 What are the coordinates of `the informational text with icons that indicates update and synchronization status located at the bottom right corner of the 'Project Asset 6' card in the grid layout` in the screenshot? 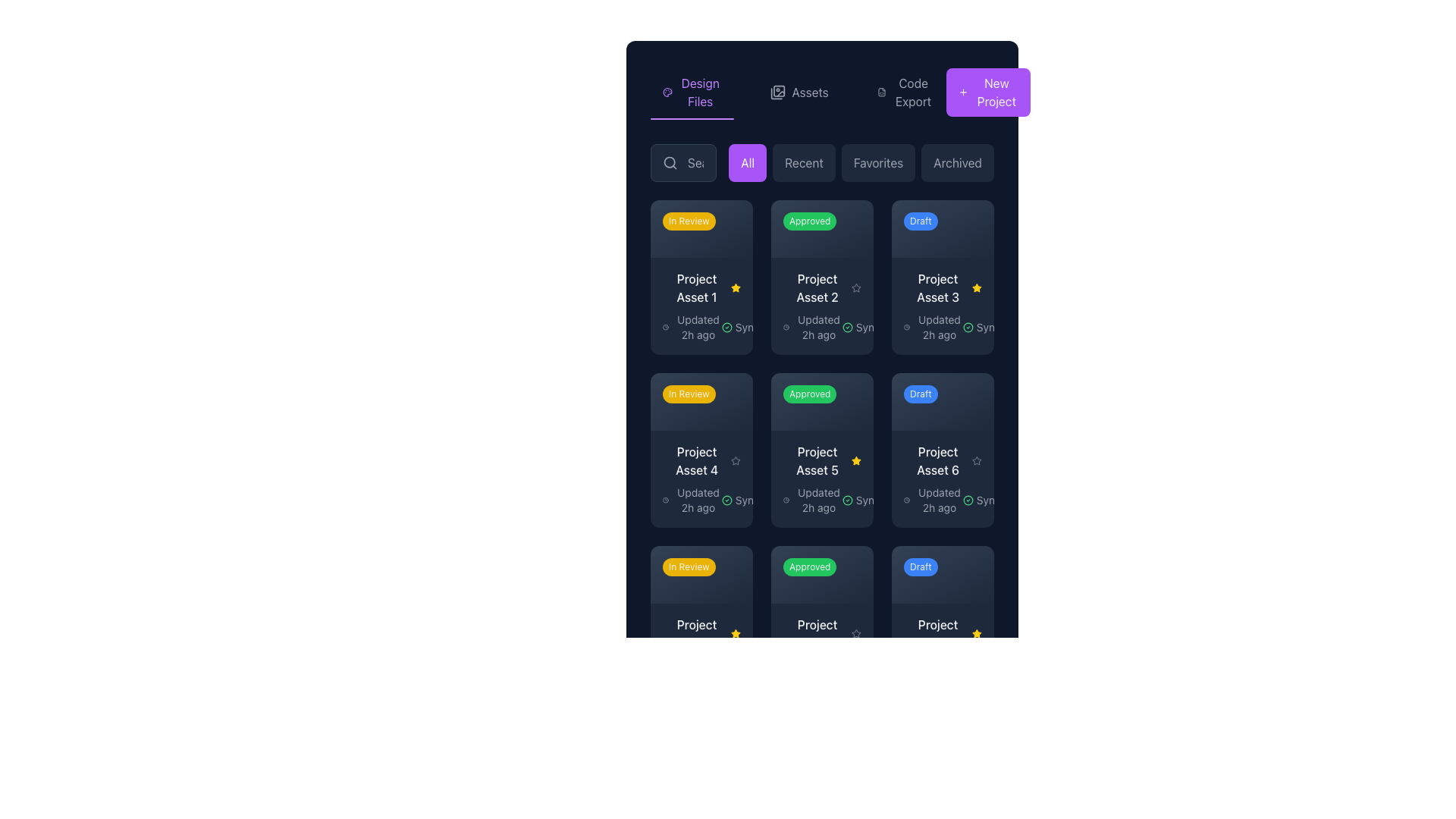 It's located at (942, 500).